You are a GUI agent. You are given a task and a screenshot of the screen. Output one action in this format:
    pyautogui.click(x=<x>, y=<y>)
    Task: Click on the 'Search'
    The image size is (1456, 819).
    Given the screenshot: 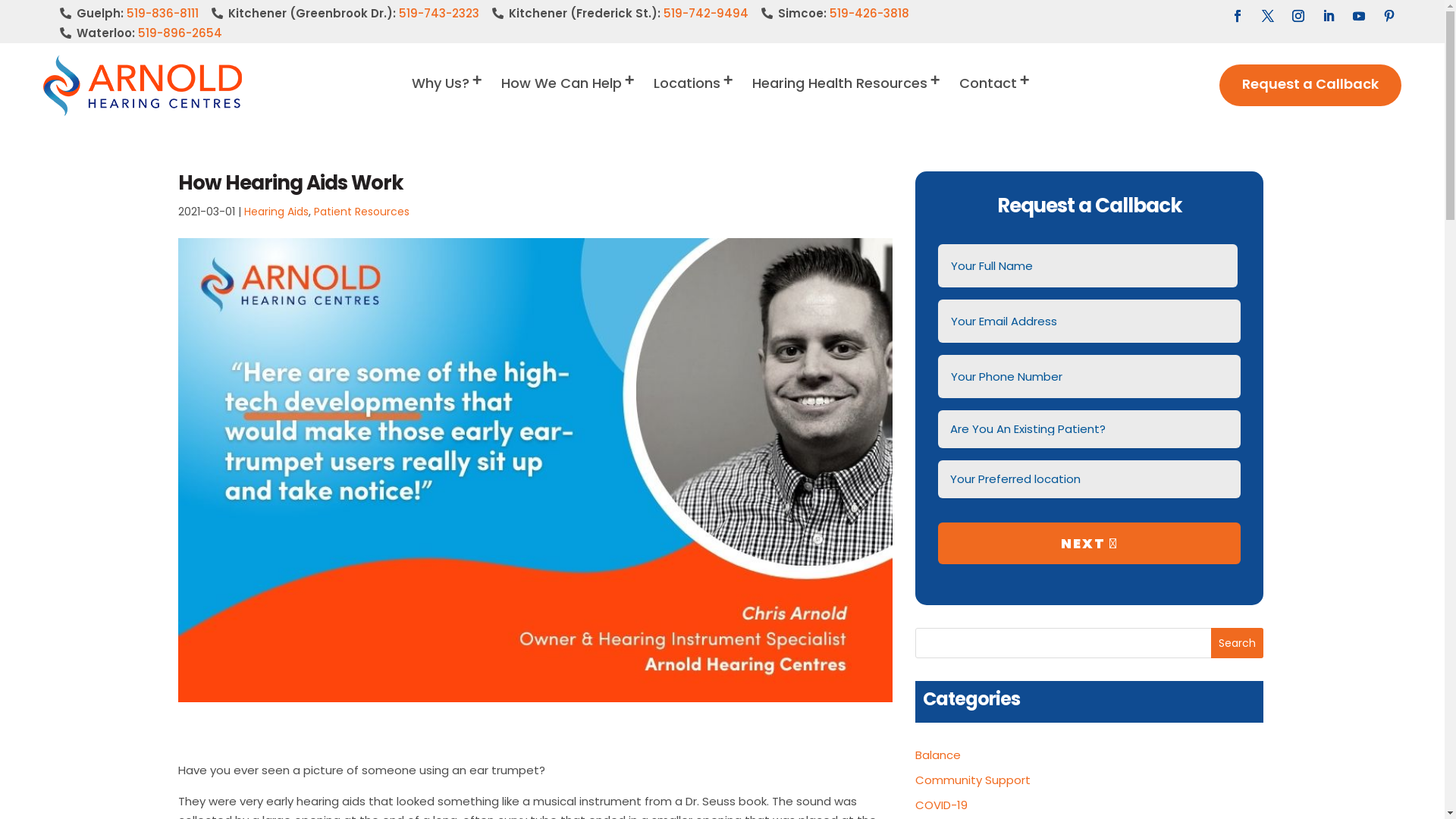 What is the action you would take?
    pyautogui.click(x=1237, y=643)
    